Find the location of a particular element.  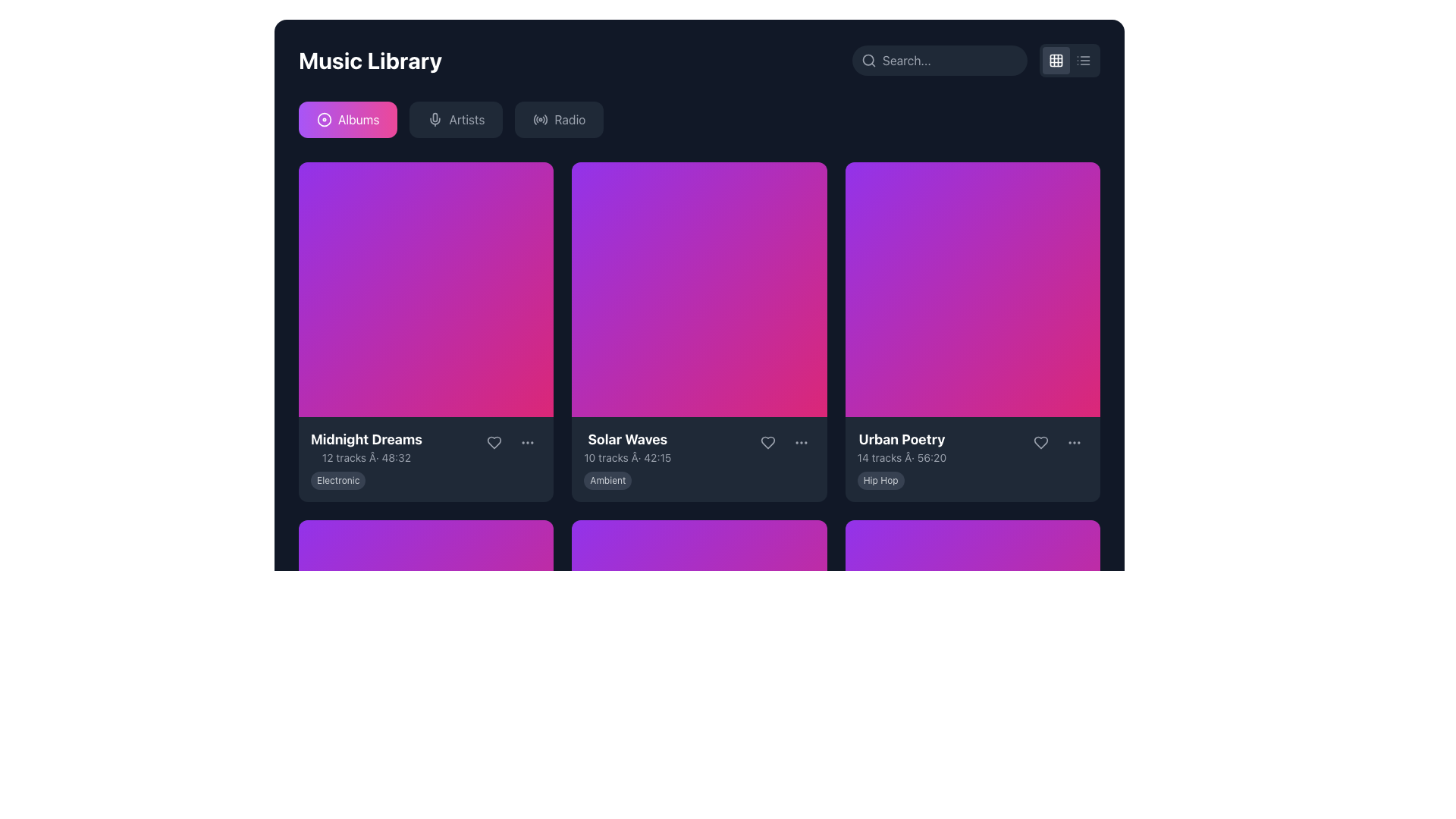

the central dot of the Ellipsis icon (three-dot menu button) located on the right-hand side of the 'Solar Waves' card in the 'Music Library' is located at coordinates (800, 443).